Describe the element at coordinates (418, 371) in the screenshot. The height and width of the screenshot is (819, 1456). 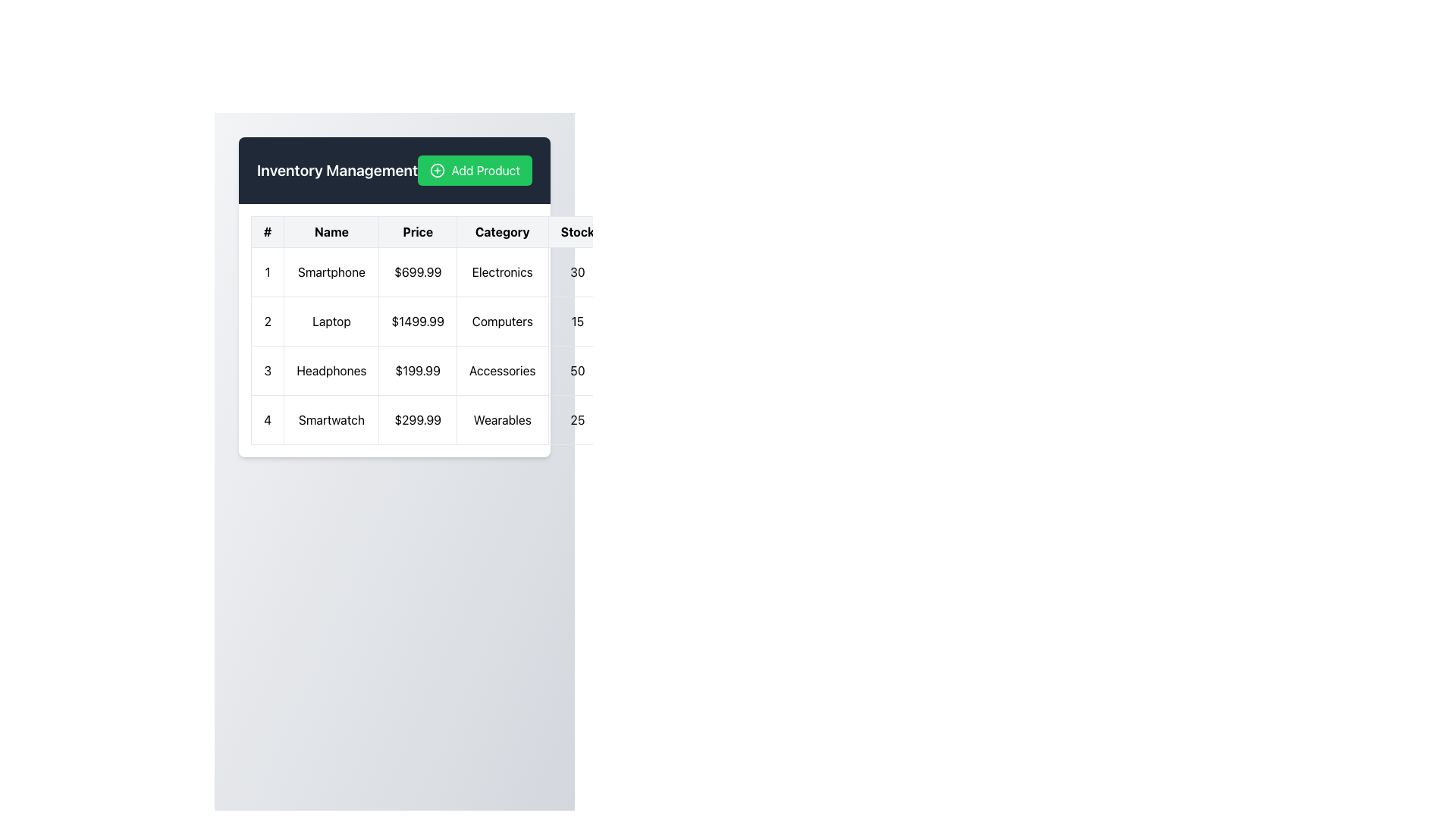
I see `the price display label for the 'Headphones' item located in the third row and third column of the product inventory table` at that location.